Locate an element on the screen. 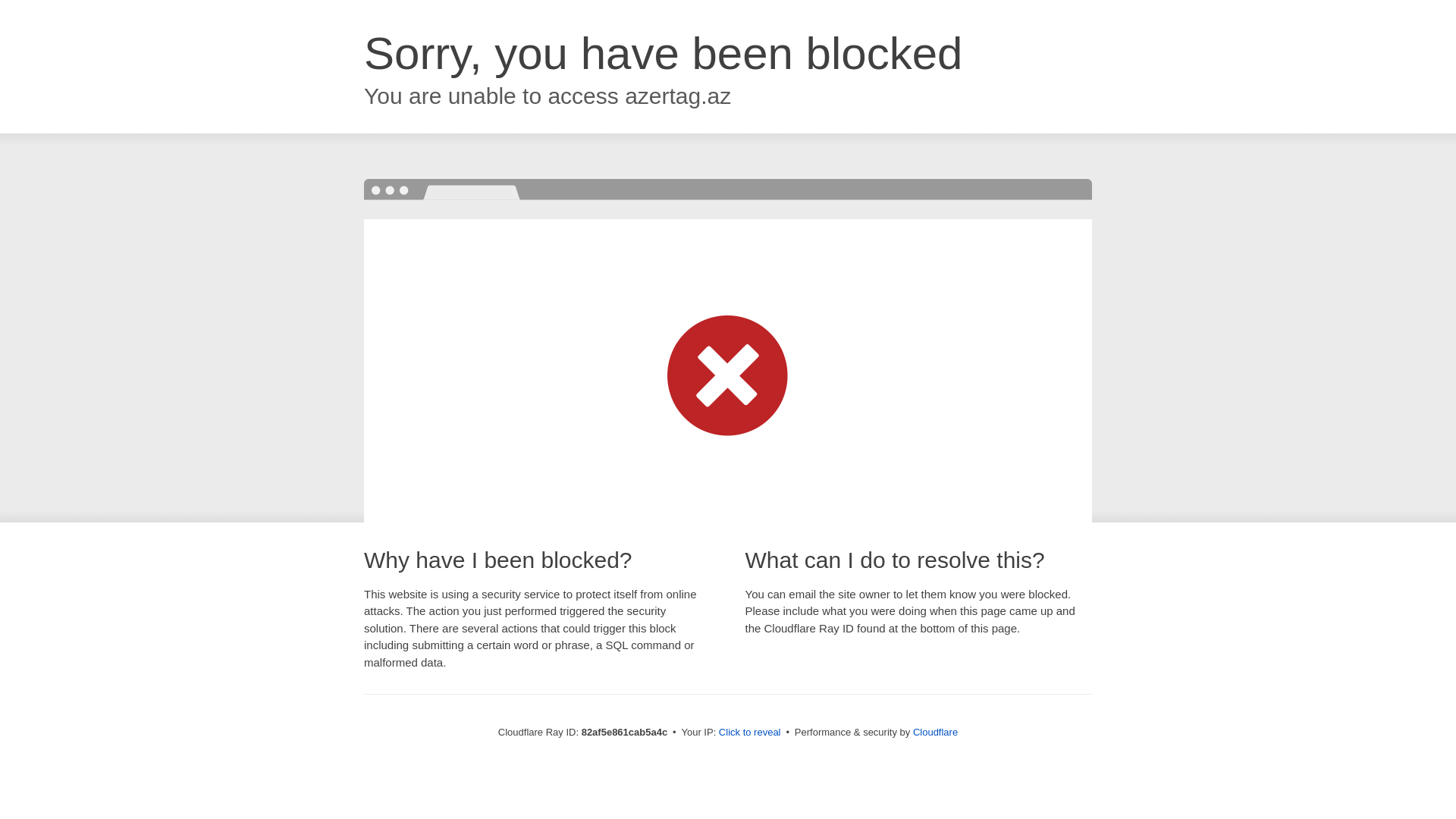  'Click to reveal' is located at coordinates (749, 731).